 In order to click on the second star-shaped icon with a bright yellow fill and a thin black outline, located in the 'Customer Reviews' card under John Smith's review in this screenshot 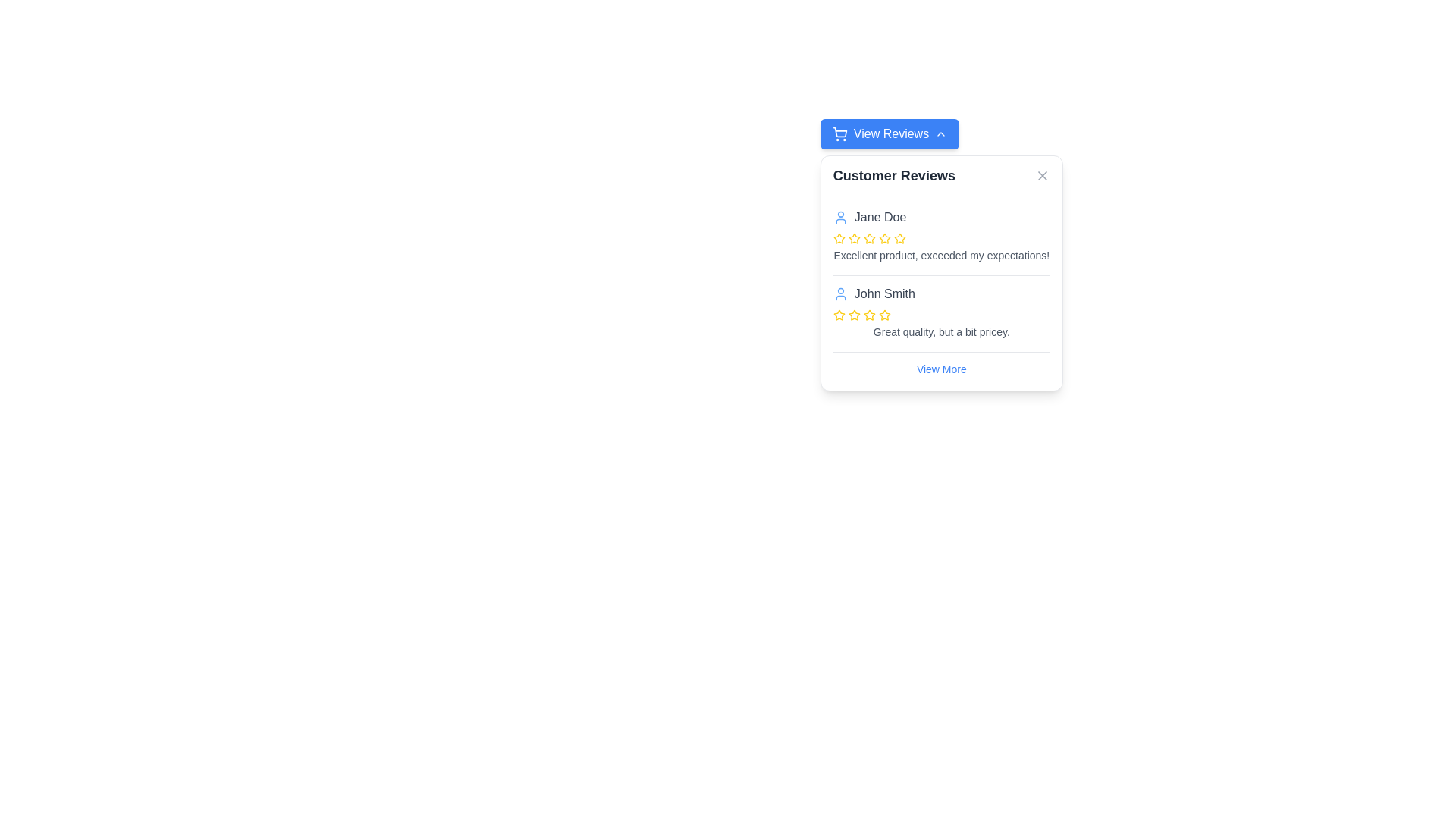, I will do `click(869, 314)`.